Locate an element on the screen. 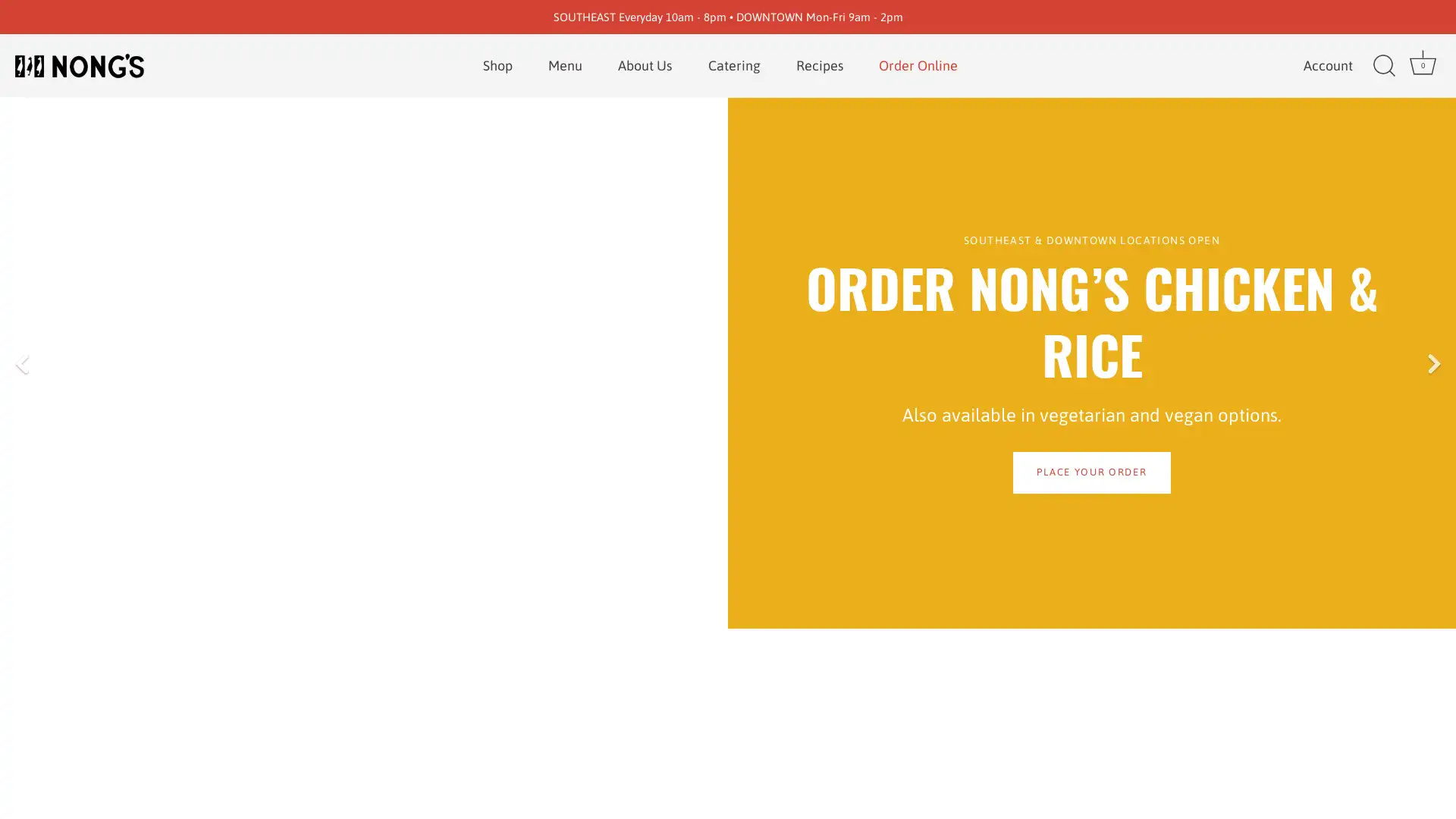 This screenshot has height=819, width=1456. Next is located at coordinates (1432, 362).